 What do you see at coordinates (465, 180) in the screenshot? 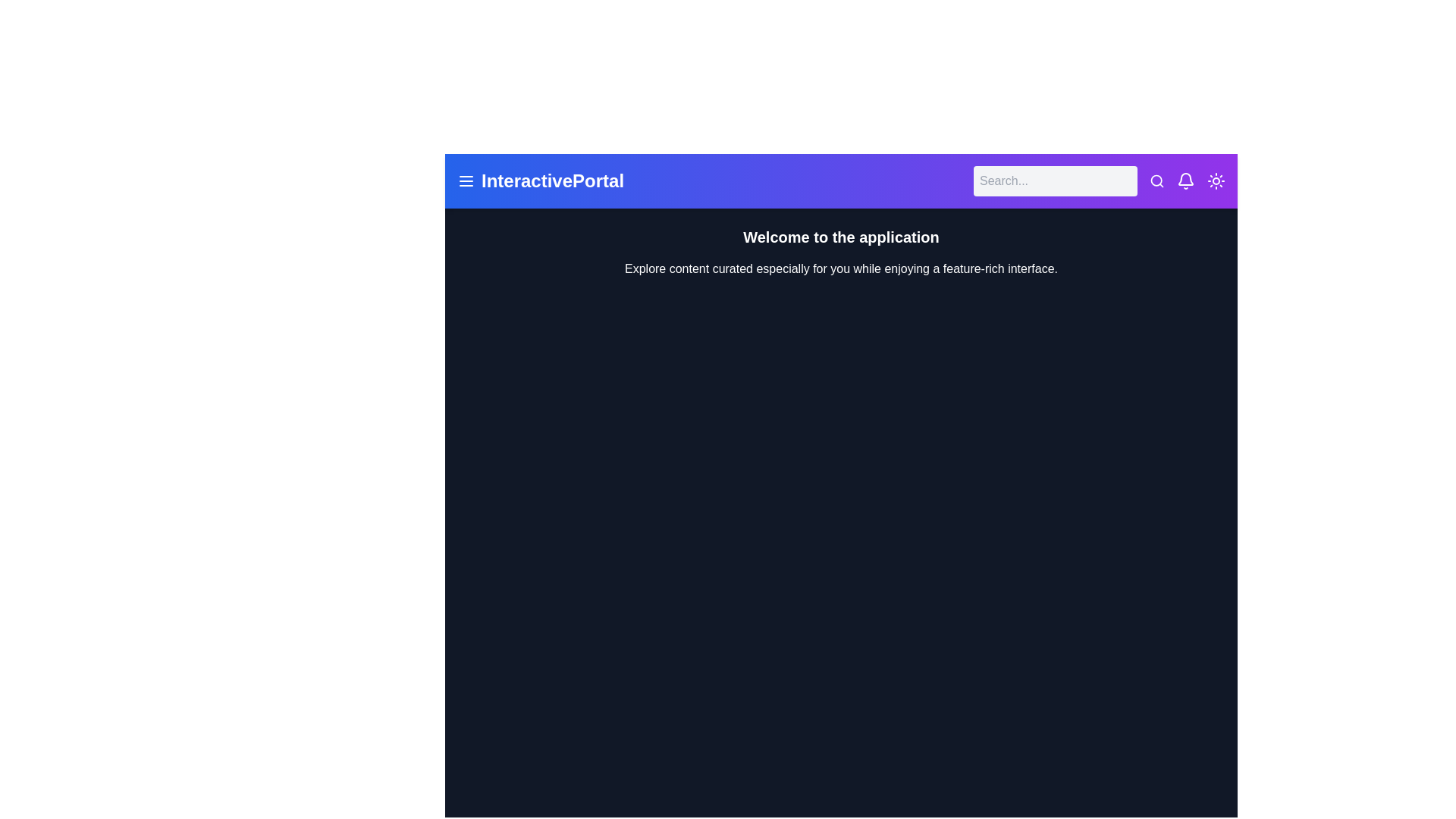
I see `the menu icon to expand the menu` at bounding box center [465, 180].